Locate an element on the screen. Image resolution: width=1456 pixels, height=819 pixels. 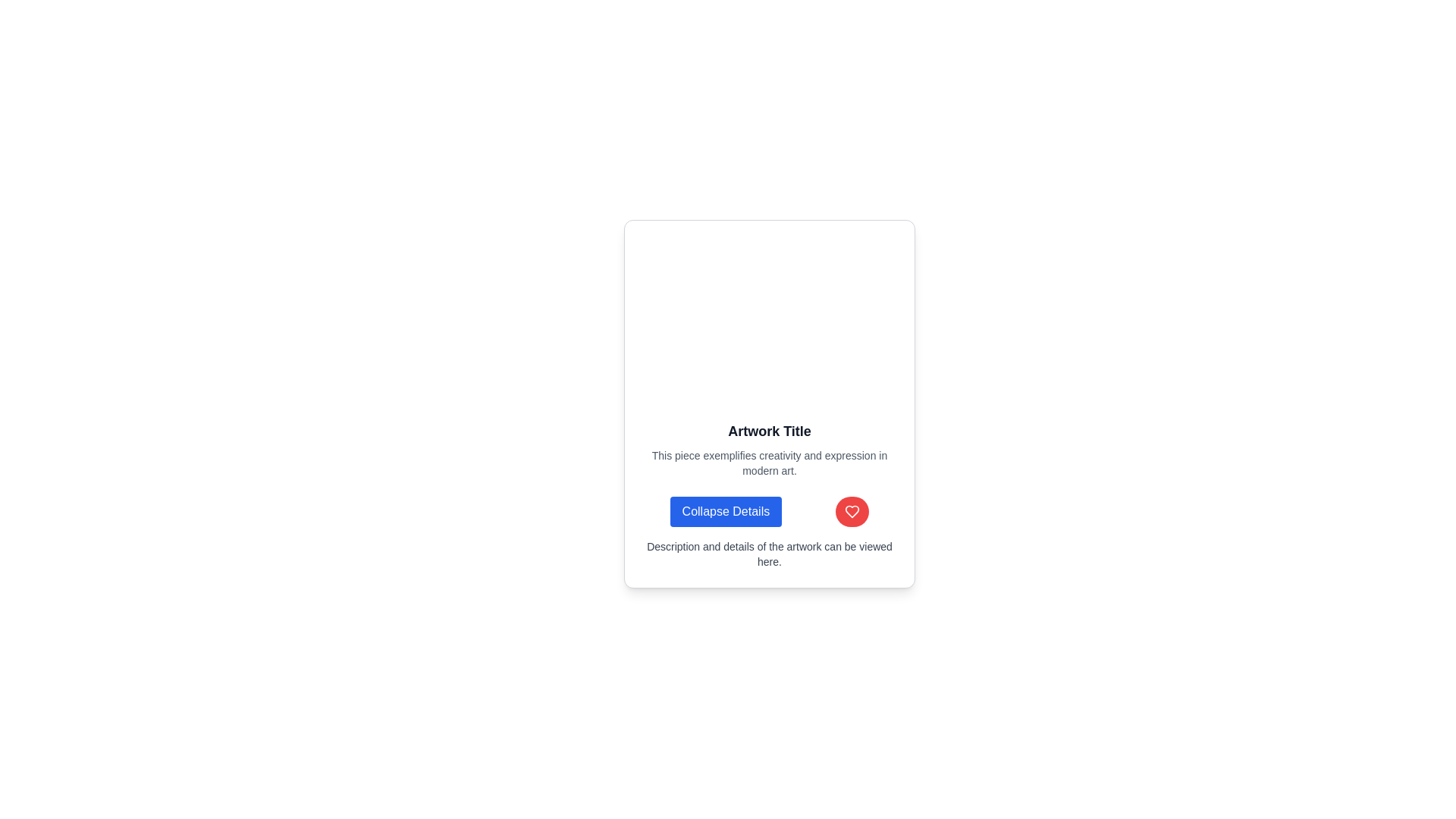
the button located at the bottom of the card layout is located at coordinates (769, 512).